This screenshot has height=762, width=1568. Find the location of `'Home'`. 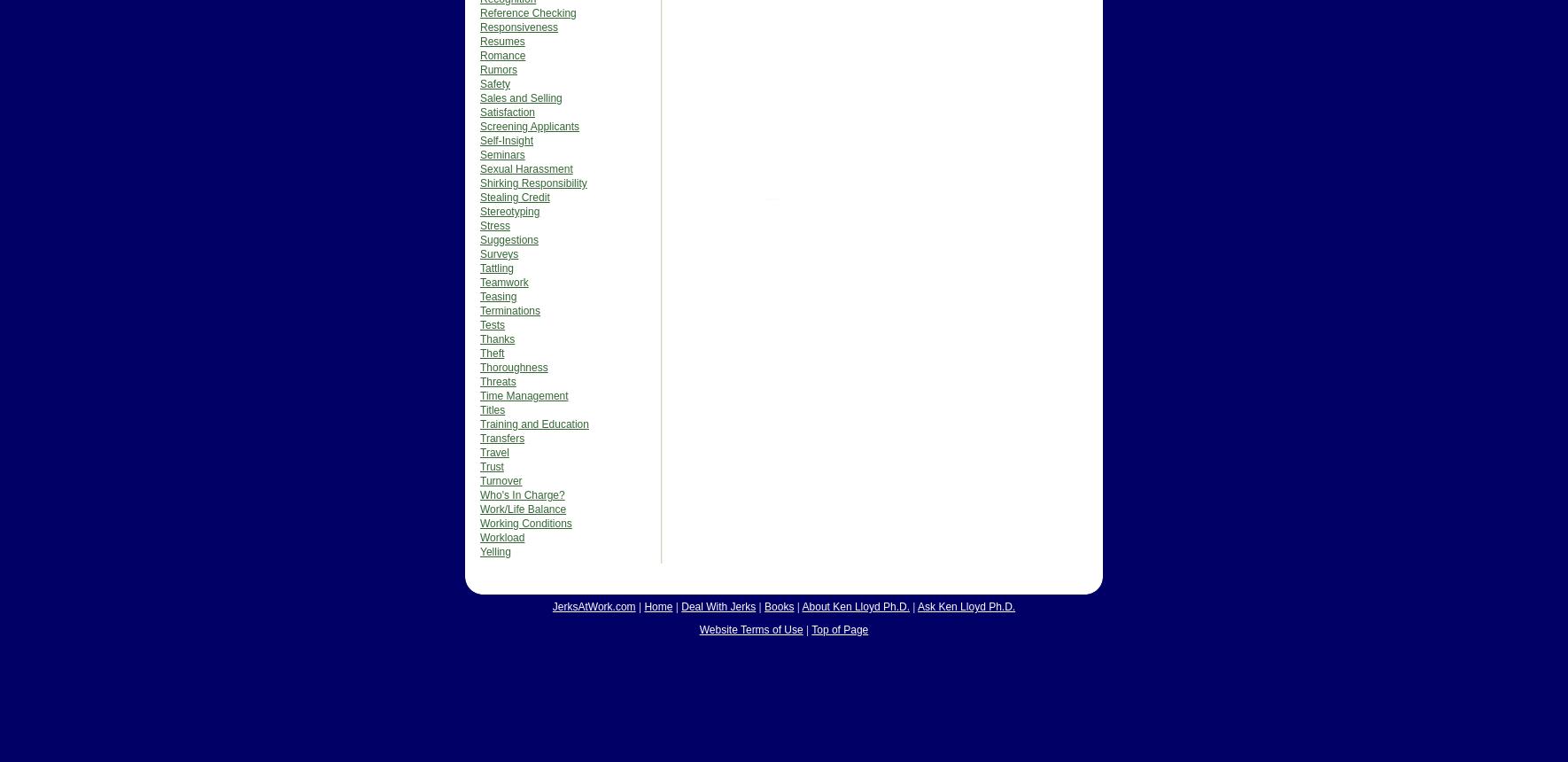

'Home' is located at coordinates (658, 606).